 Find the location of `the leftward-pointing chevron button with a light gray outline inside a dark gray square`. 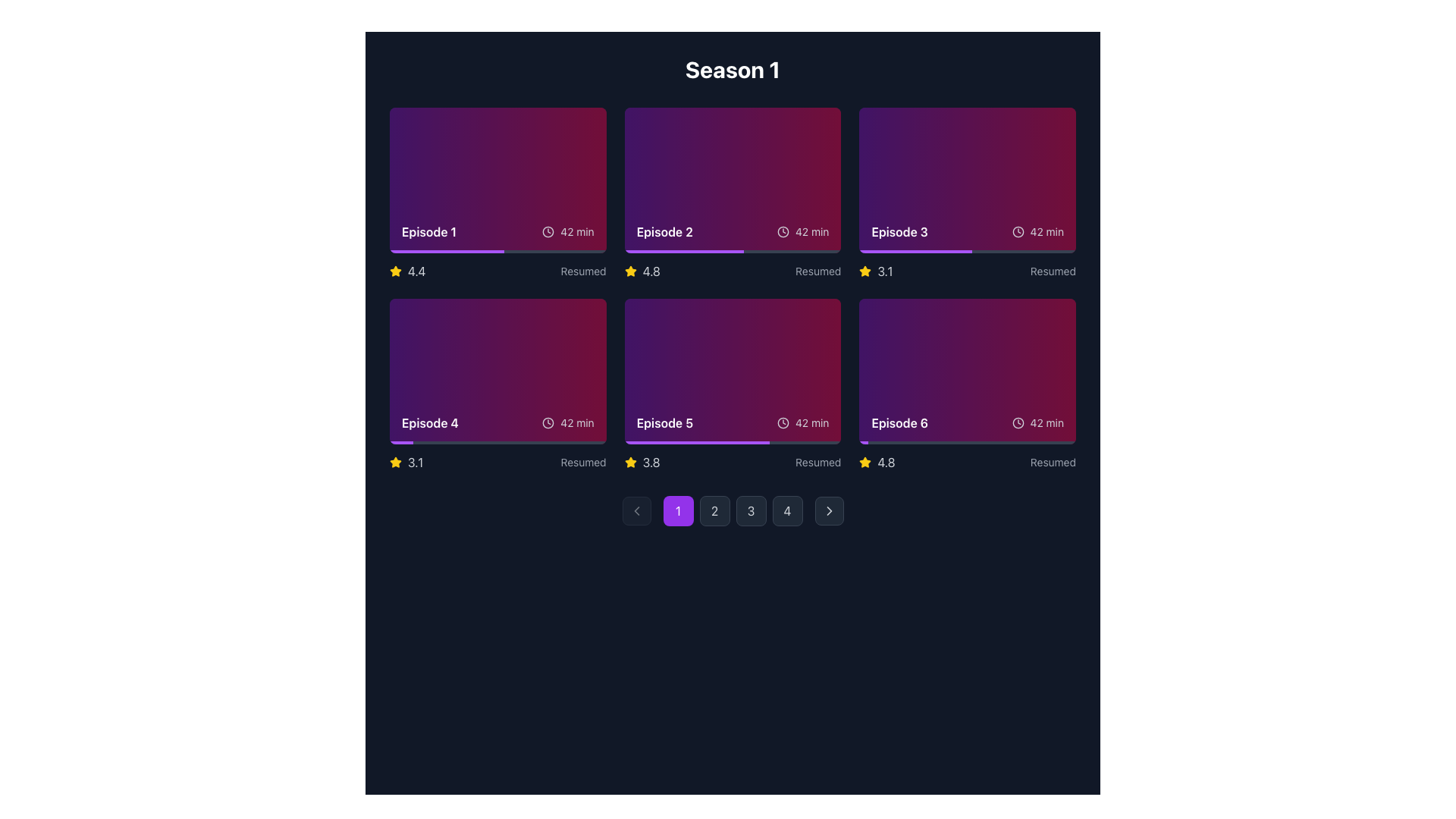

the leftward-pointing chevron button with a light gray outline inside a dark gray square is located at coordinates (636, 511).